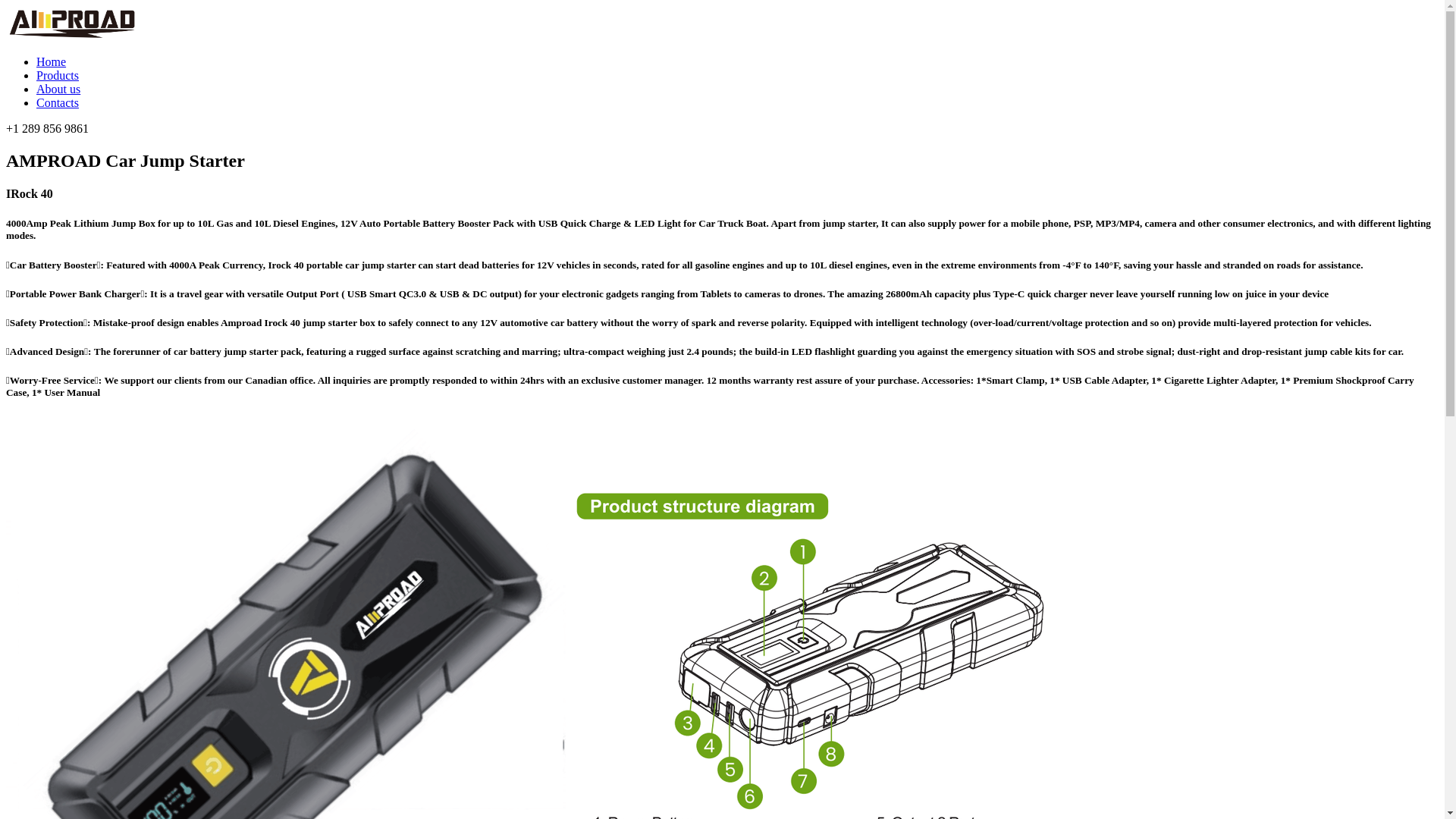 The height and width of the screenshot is (819, 1456). Describe the element at coordinates (36, 89) in the screenshot. I see `'About us'` at that location.